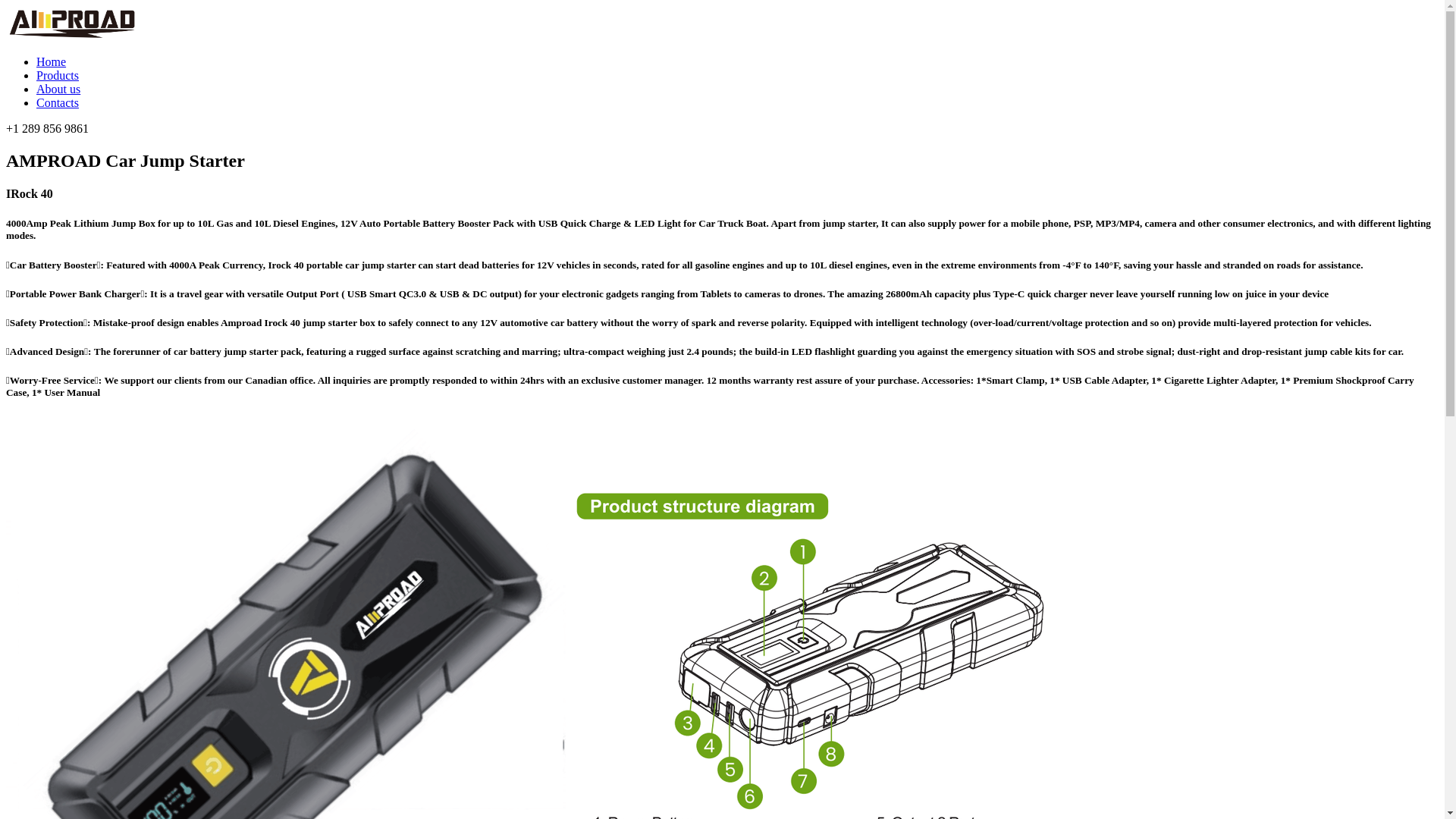 The height and width of the screenshot is (819, 1456). Describe the element at coordinates (36, 89) in the screenshot. I see `'About us'` at that location.